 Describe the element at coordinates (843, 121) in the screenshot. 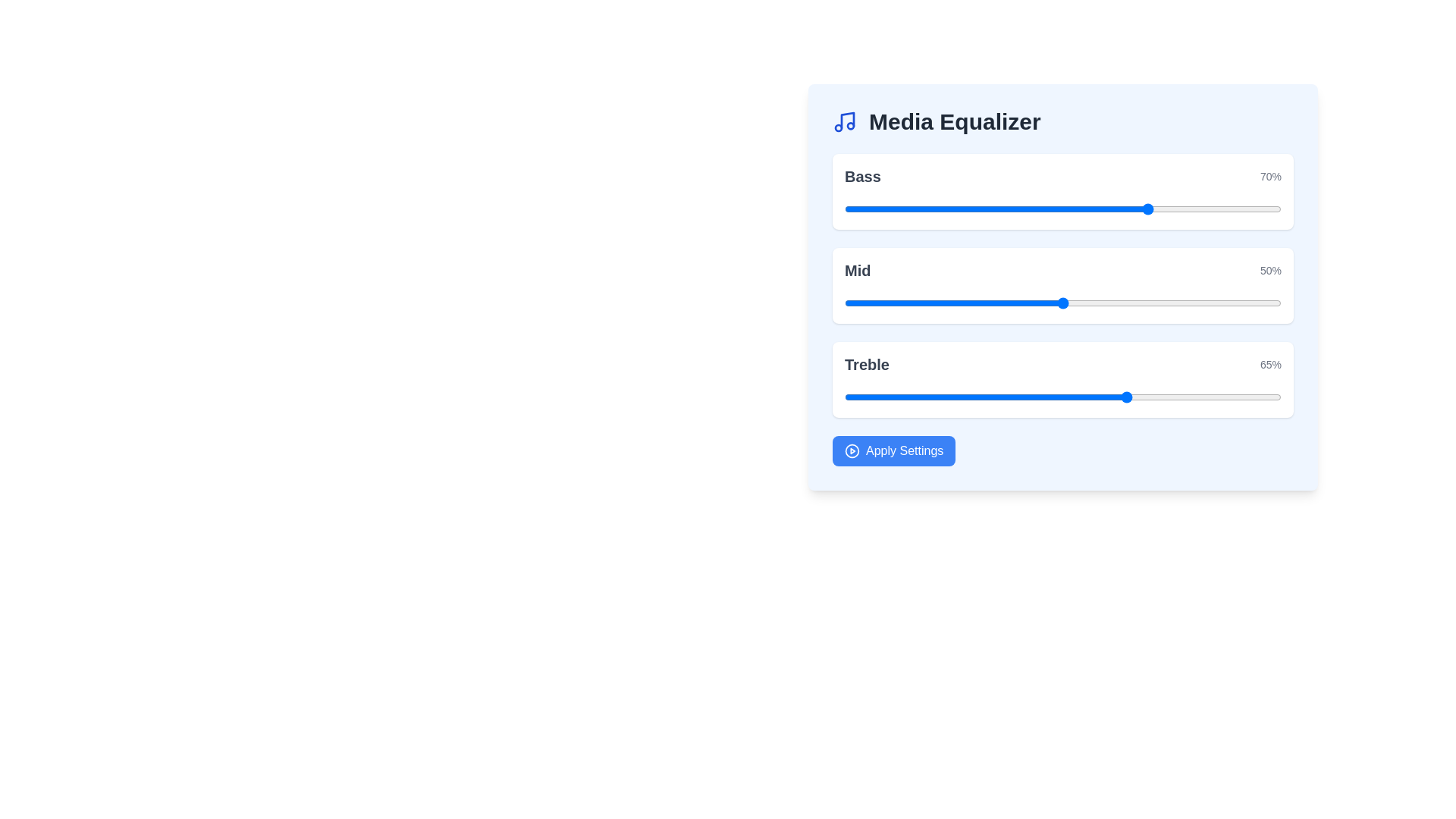

I see `the blue musical icon, which is styled as a note with circular ends and is located to the left of the 'Media Equalizer' text label` at that location.